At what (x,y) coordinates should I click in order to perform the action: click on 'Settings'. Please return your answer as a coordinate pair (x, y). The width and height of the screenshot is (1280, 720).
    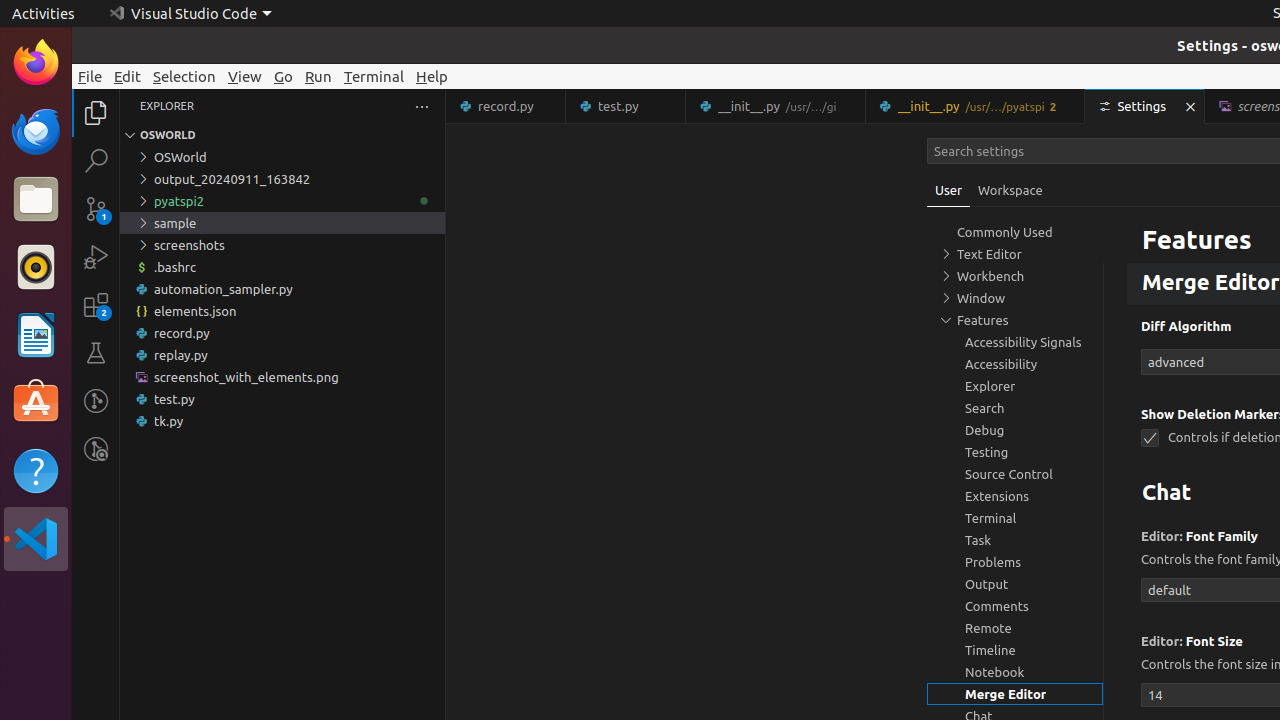
    Looking at the image, I should click on (1145, 106).